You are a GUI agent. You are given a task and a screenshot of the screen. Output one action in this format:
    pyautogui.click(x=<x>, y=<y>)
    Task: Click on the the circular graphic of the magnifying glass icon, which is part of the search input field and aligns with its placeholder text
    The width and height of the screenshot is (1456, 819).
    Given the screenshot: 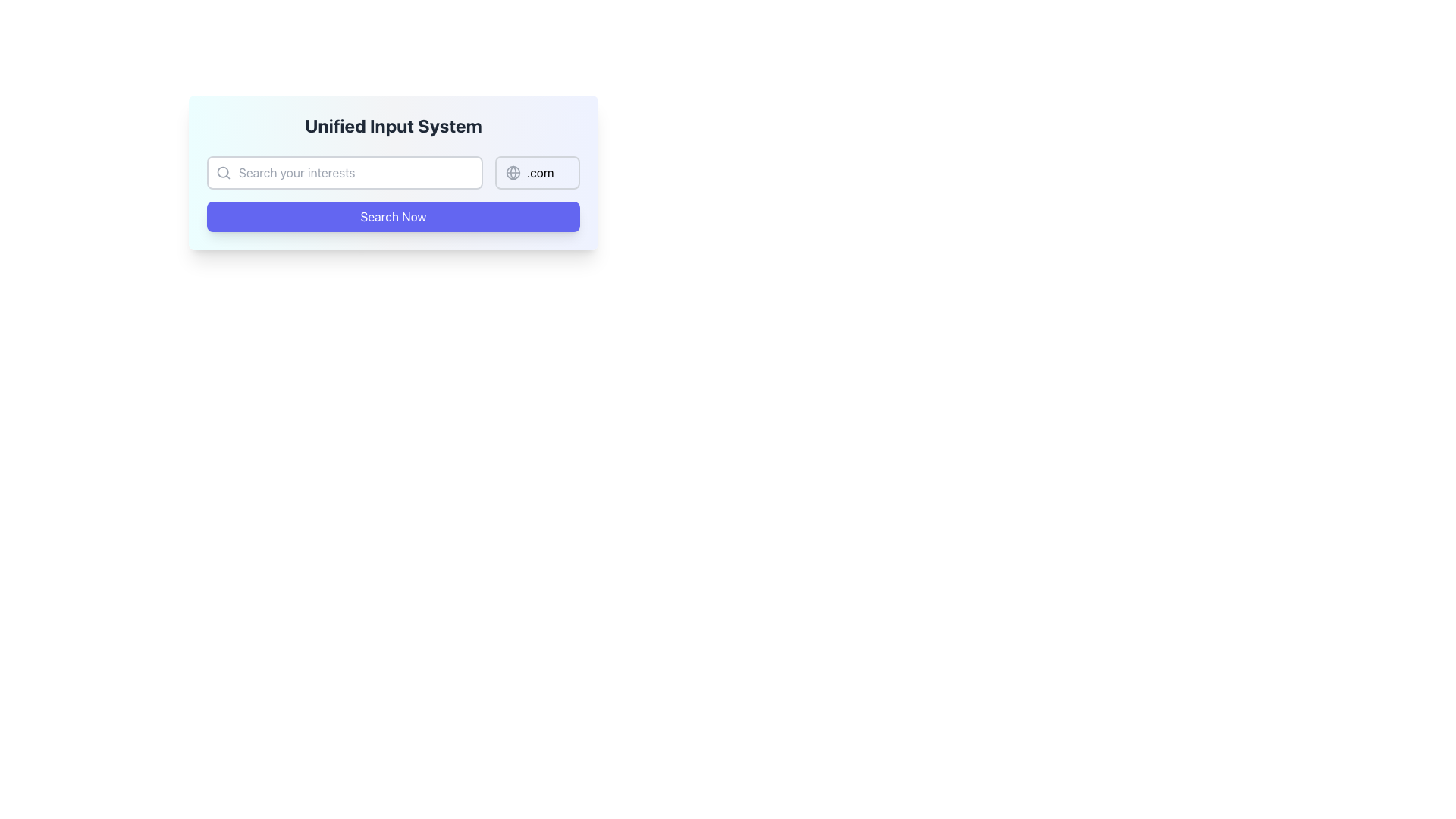 What is the action you would take?
    pyautogui.click(x=222, y=171)
    